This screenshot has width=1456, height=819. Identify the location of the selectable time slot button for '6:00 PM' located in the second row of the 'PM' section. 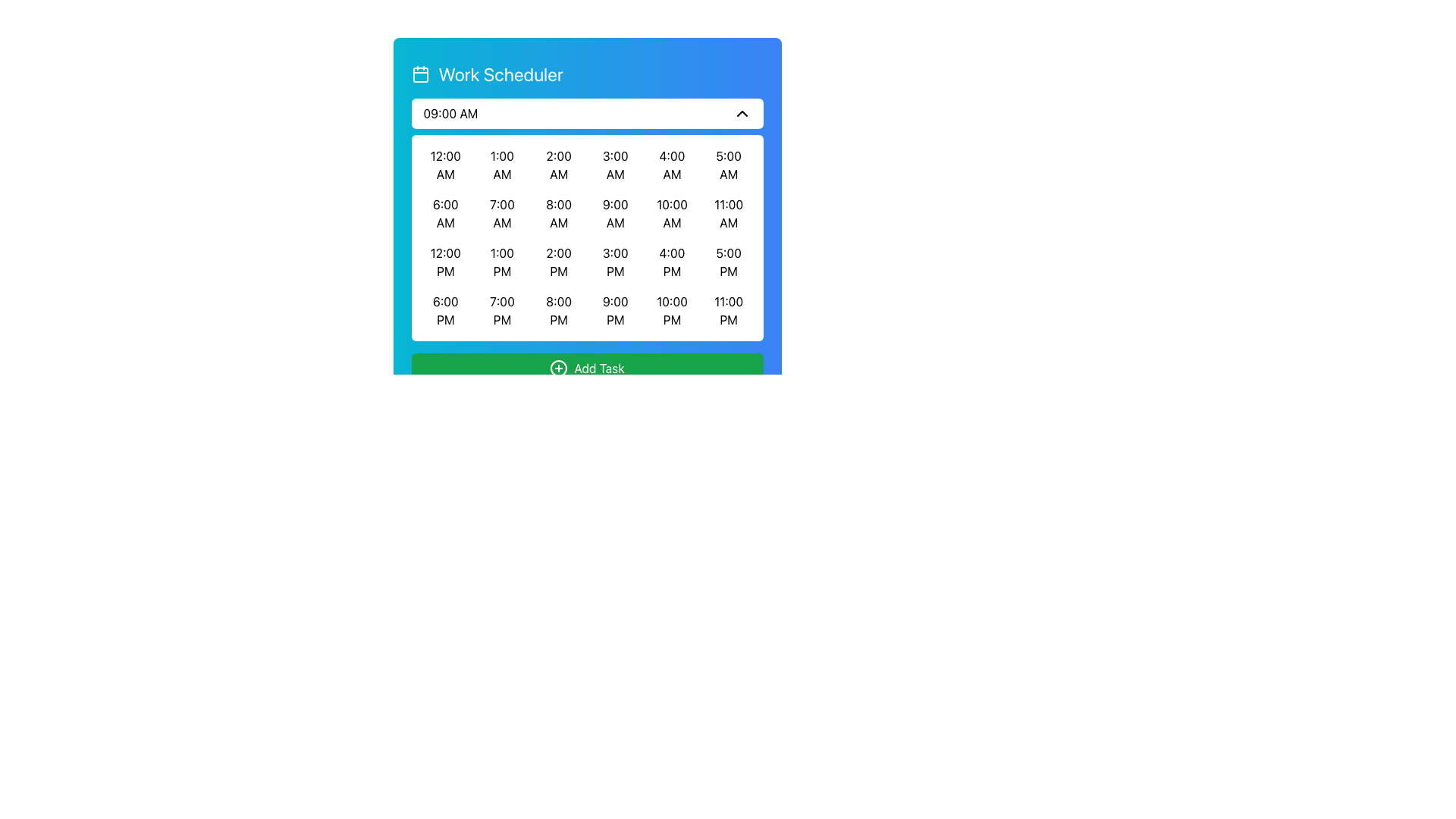
(444, 309).